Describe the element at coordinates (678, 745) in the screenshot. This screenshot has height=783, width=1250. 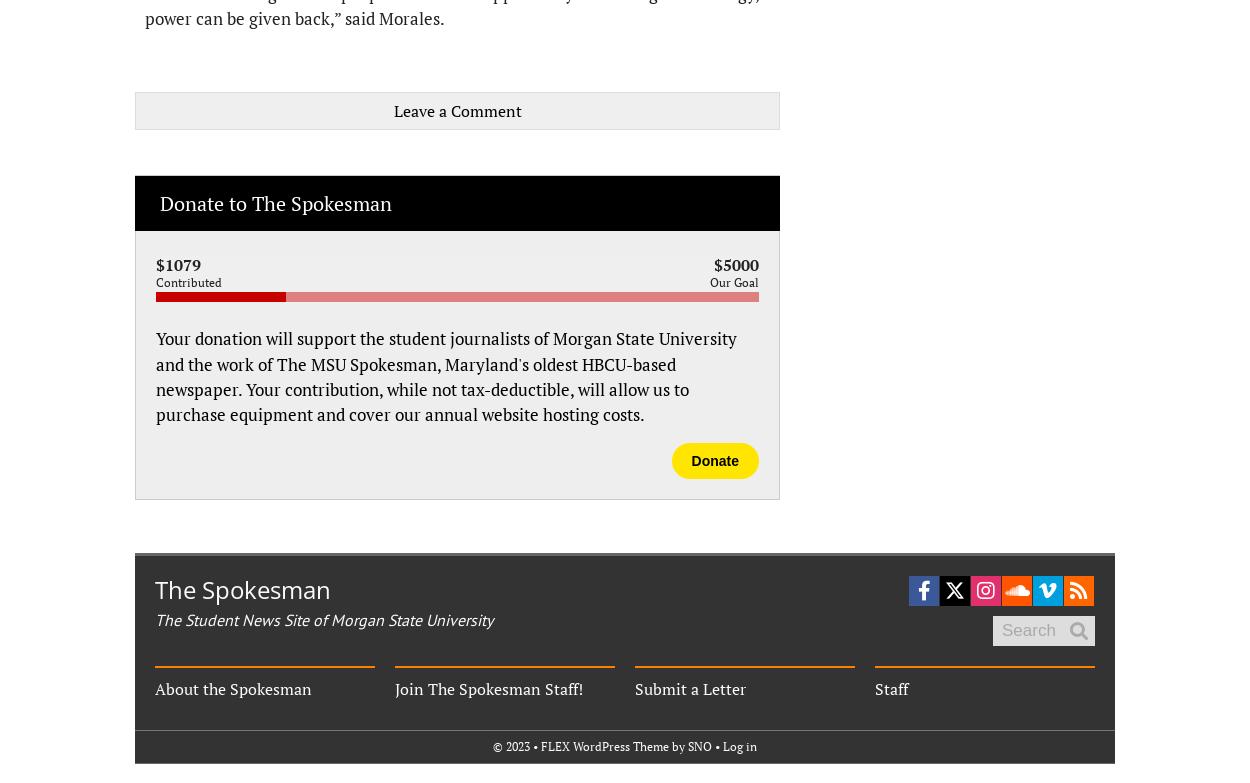
I see `'by'` at that location.